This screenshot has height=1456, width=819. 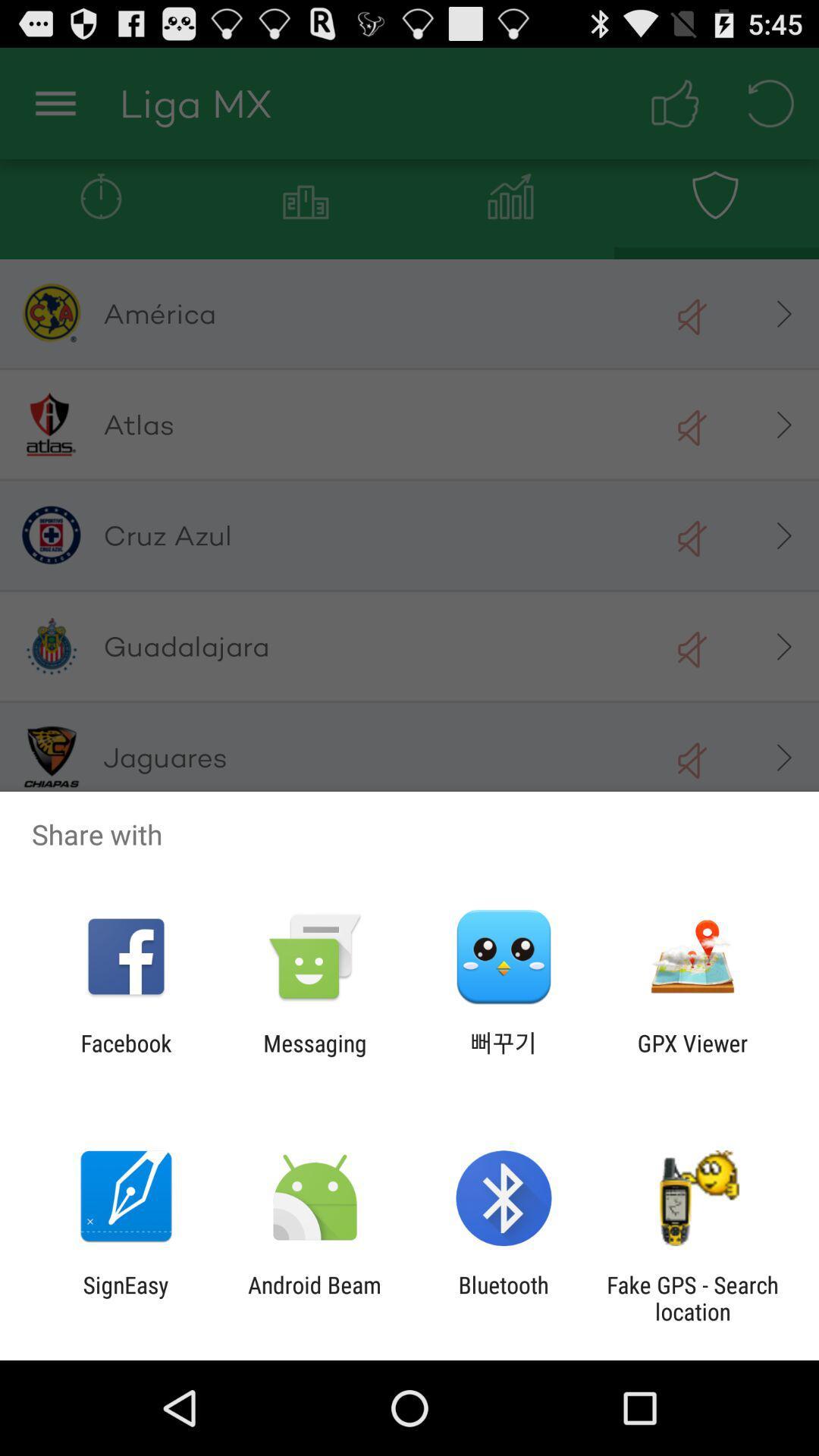 I want to click on the app to the right of signeasy, so click(x=314, y=1298).